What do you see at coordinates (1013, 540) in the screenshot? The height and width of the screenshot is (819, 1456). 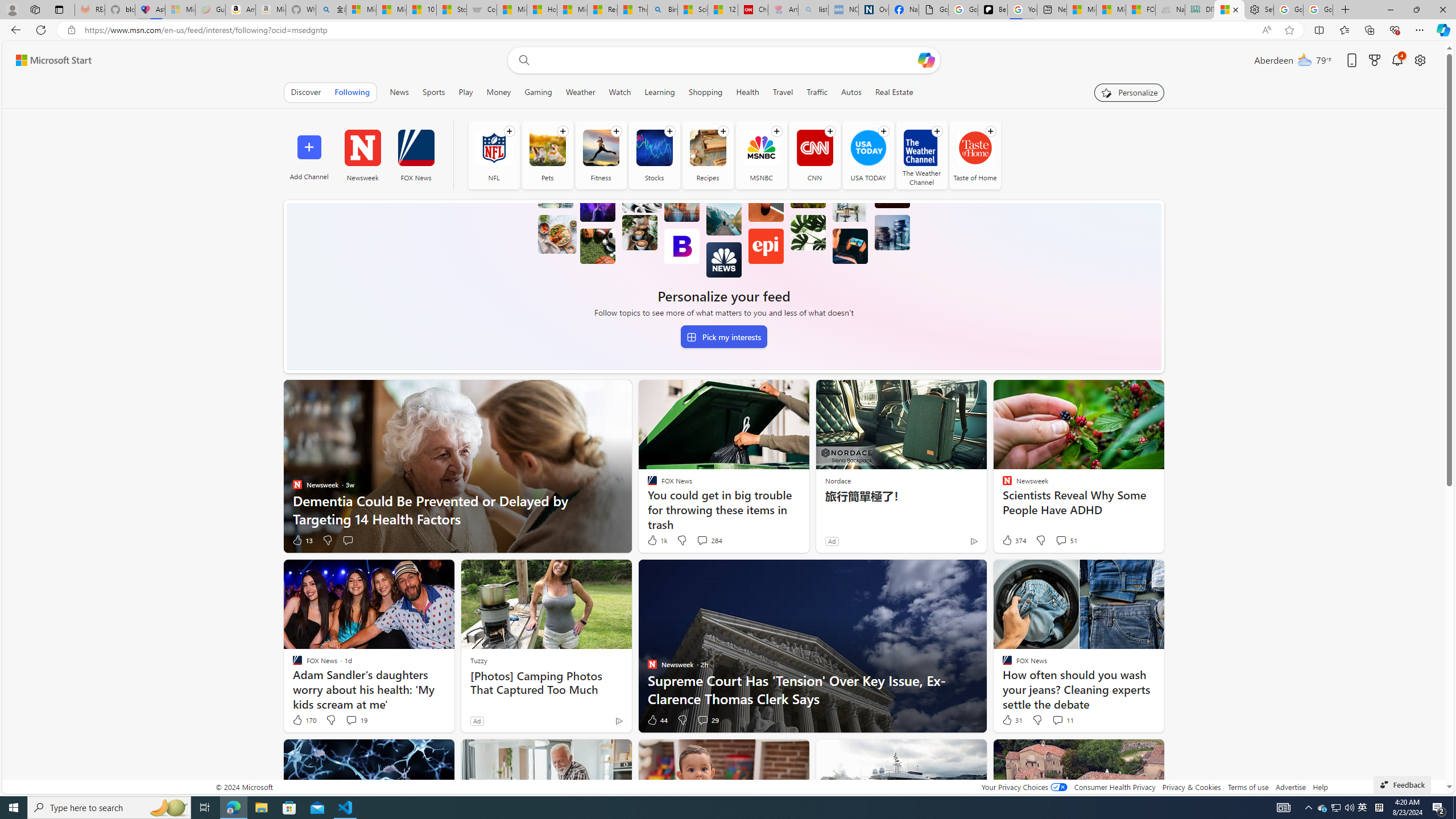 I see `'374 Like'` at bounding box center [1013, 540].